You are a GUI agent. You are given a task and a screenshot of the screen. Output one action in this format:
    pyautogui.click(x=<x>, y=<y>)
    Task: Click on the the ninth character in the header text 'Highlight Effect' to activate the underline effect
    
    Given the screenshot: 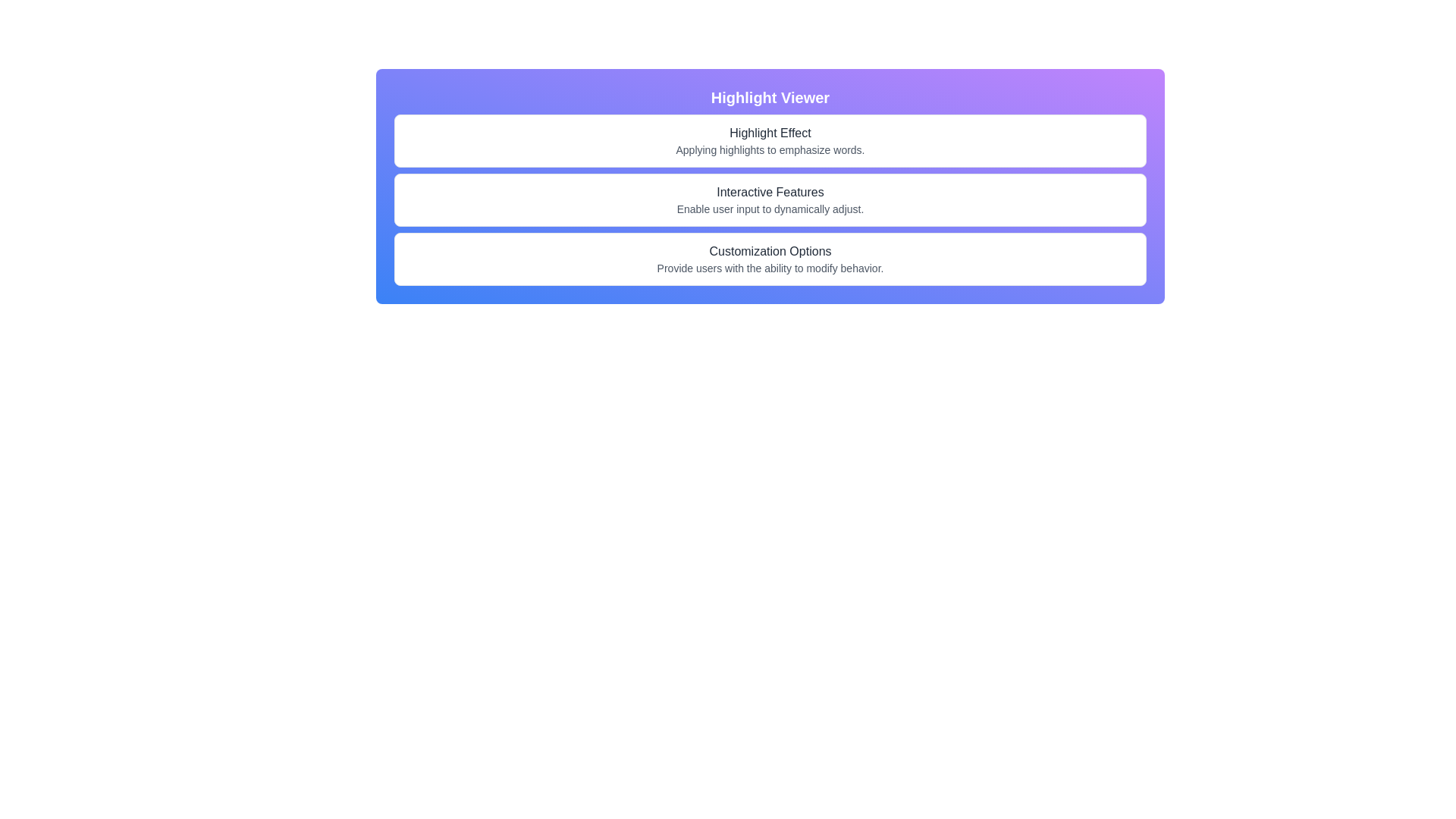 What is the action you would take?
    pyautogui.click(x=775, y=132)
    